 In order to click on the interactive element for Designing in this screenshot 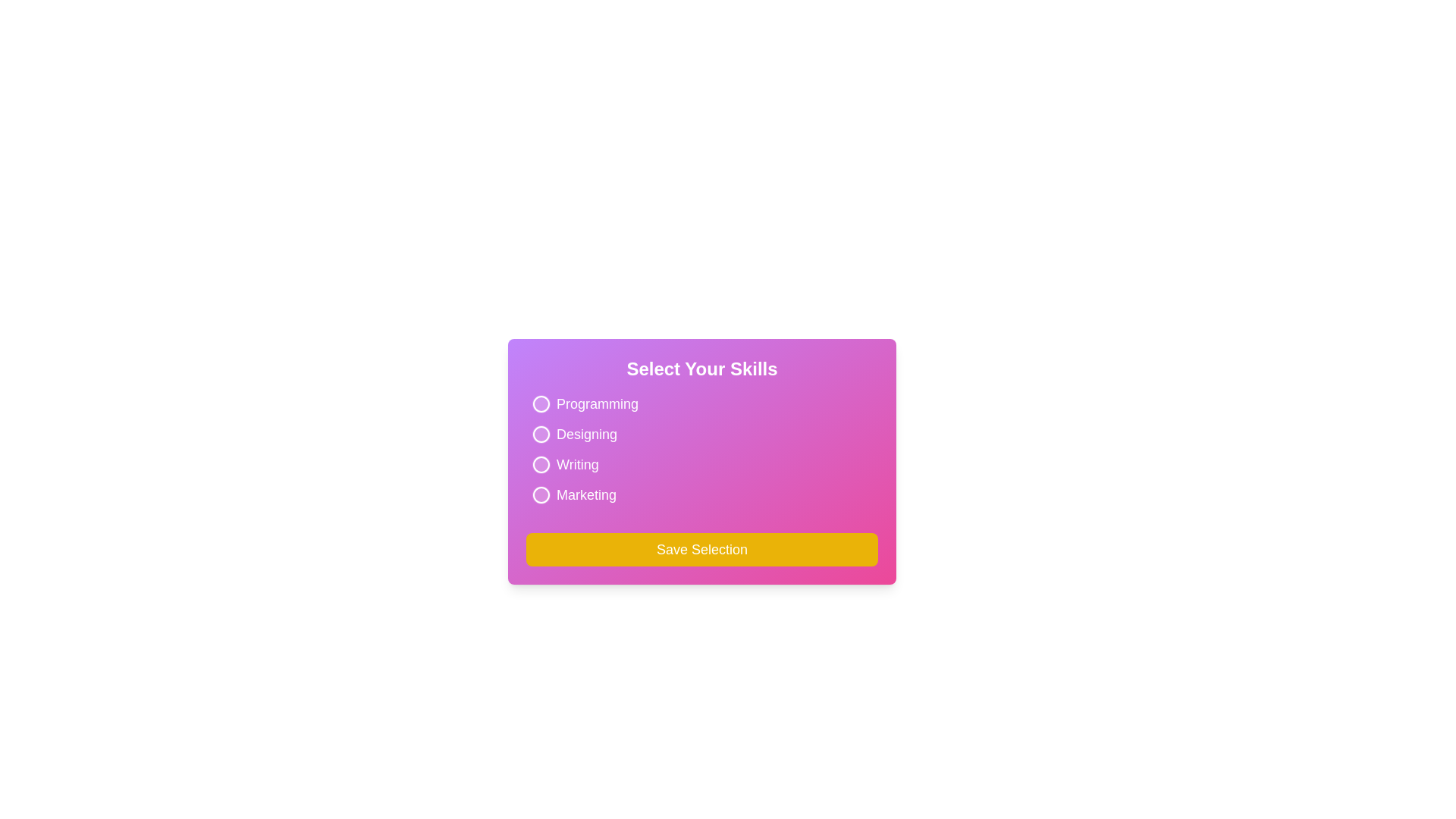, I will do `click(570, 435)`.